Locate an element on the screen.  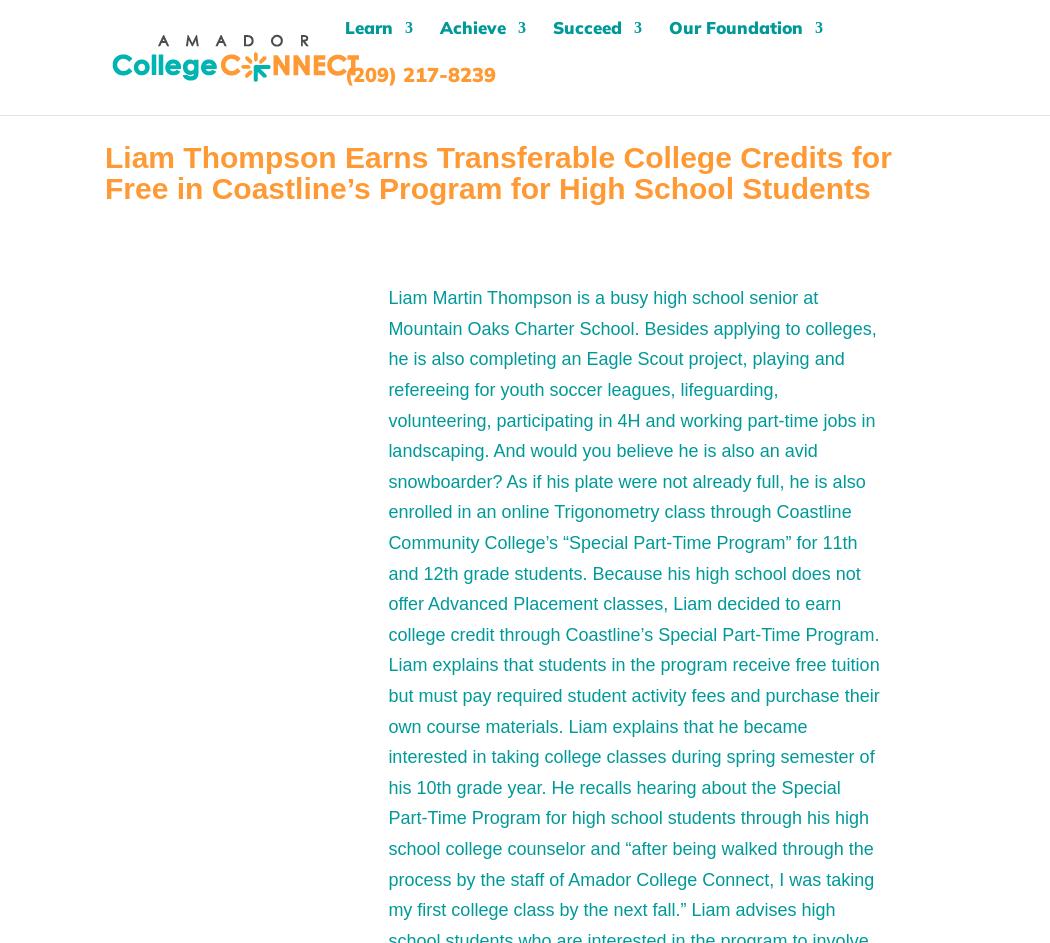
'Ways to Help' is located at coordinates (750, 197).